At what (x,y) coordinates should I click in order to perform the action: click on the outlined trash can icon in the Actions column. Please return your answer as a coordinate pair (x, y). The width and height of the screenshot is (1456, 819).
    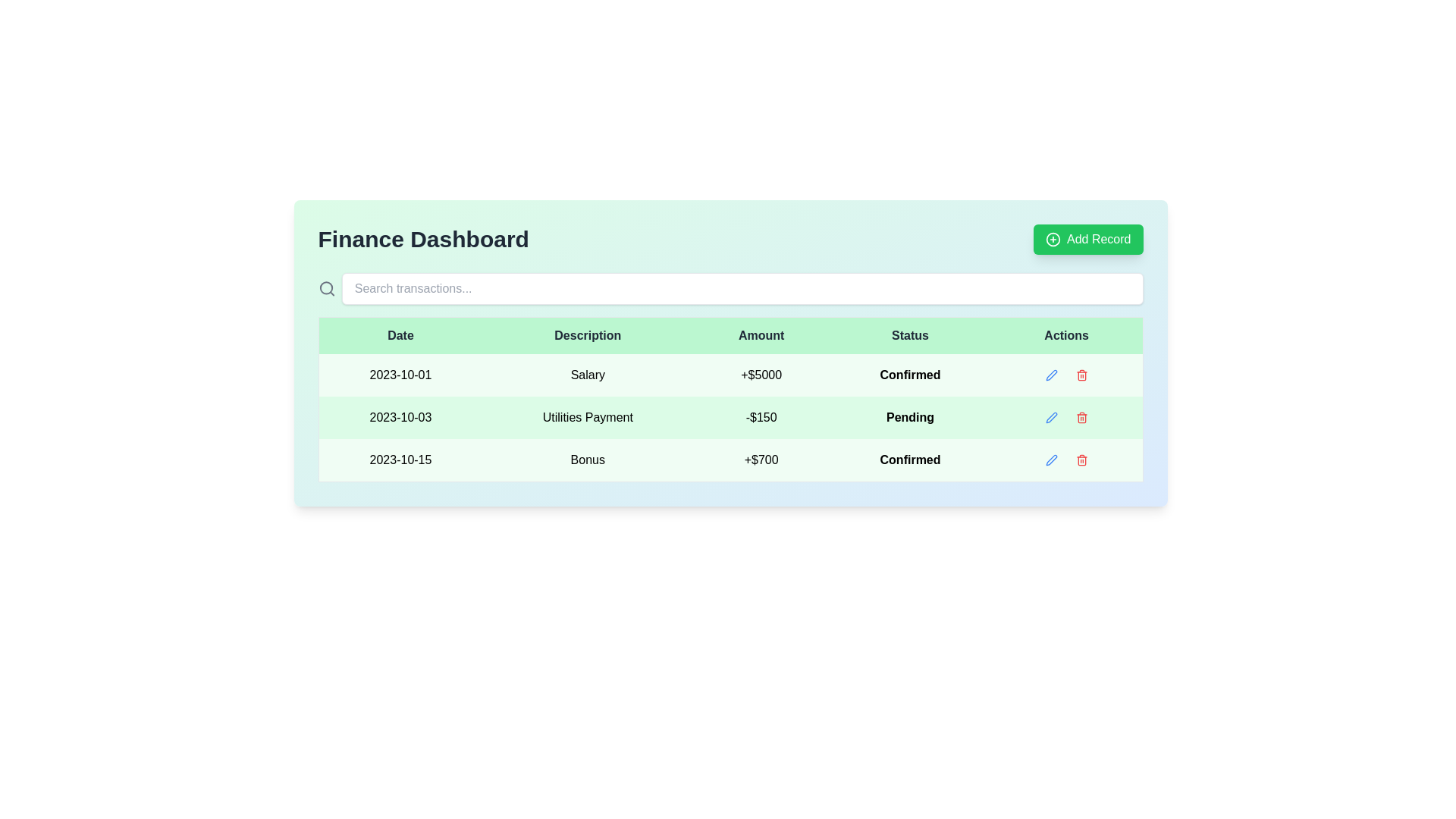
    Looking at the image, I should click on (1081, 375).